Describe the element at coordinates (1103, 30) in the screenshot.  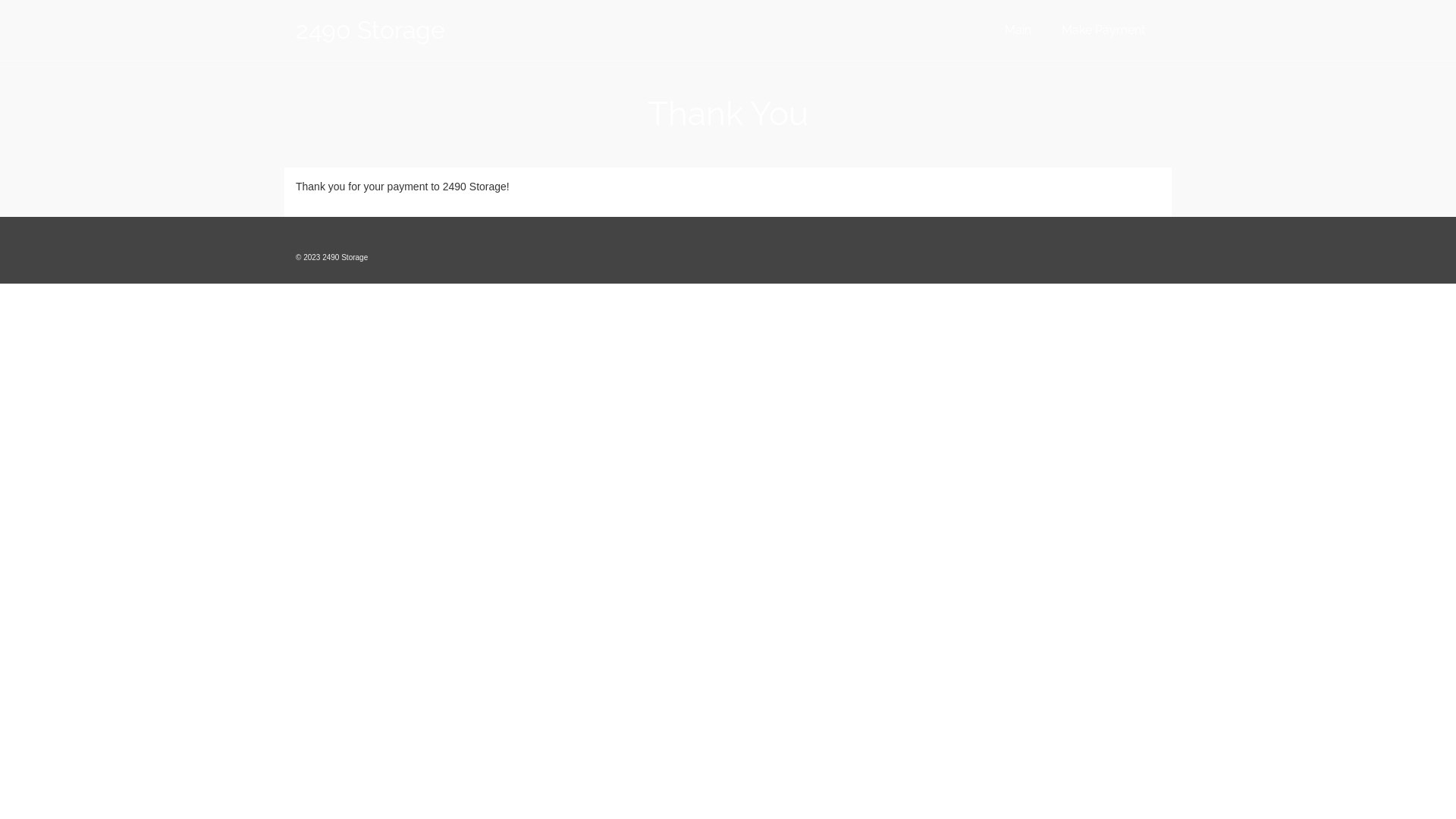
I see `'Make Payment'` at that location.